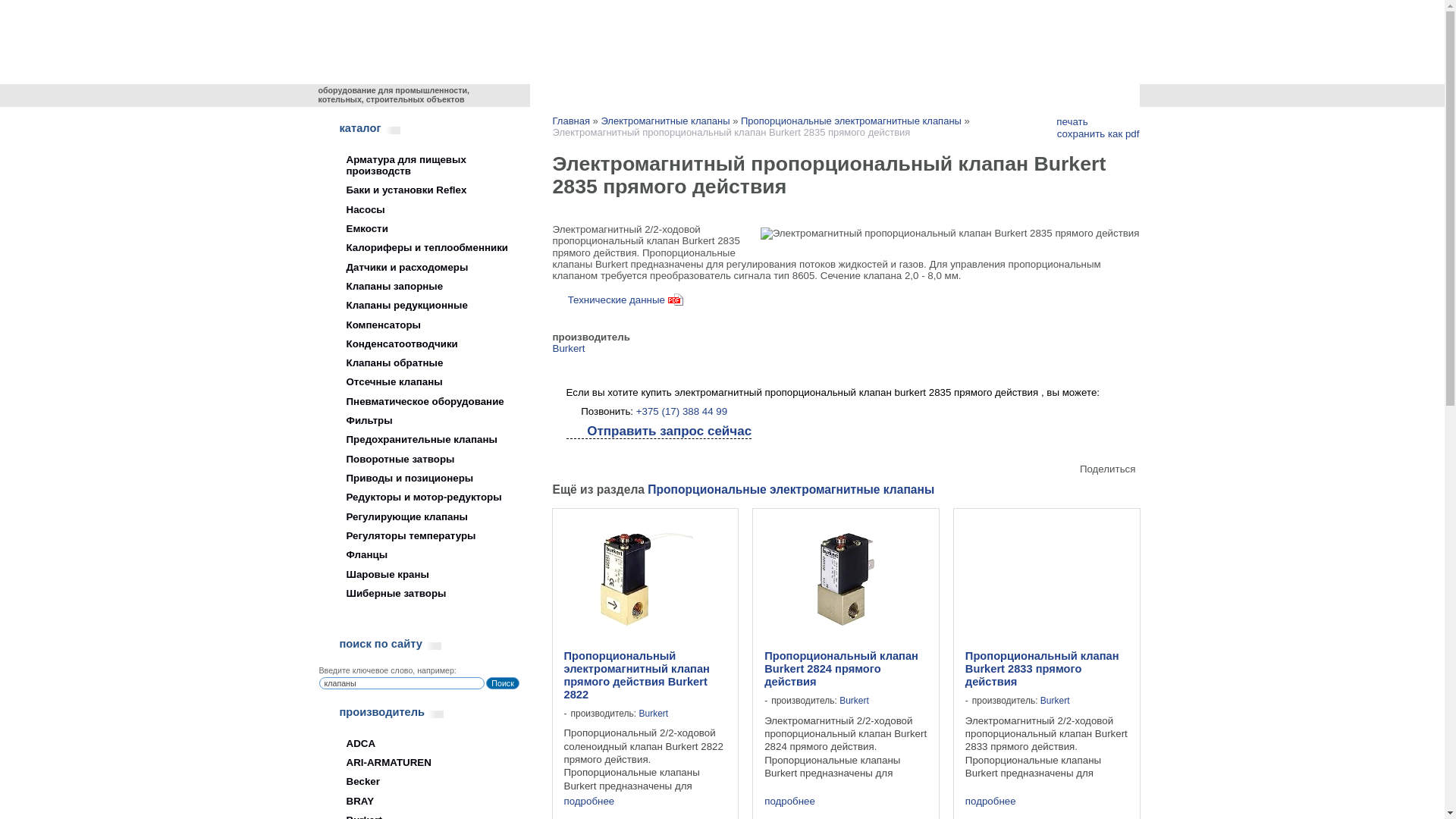  Describe the element at coordinates (417, 742) in the screenshot. I see `'ADCA'` at that location.